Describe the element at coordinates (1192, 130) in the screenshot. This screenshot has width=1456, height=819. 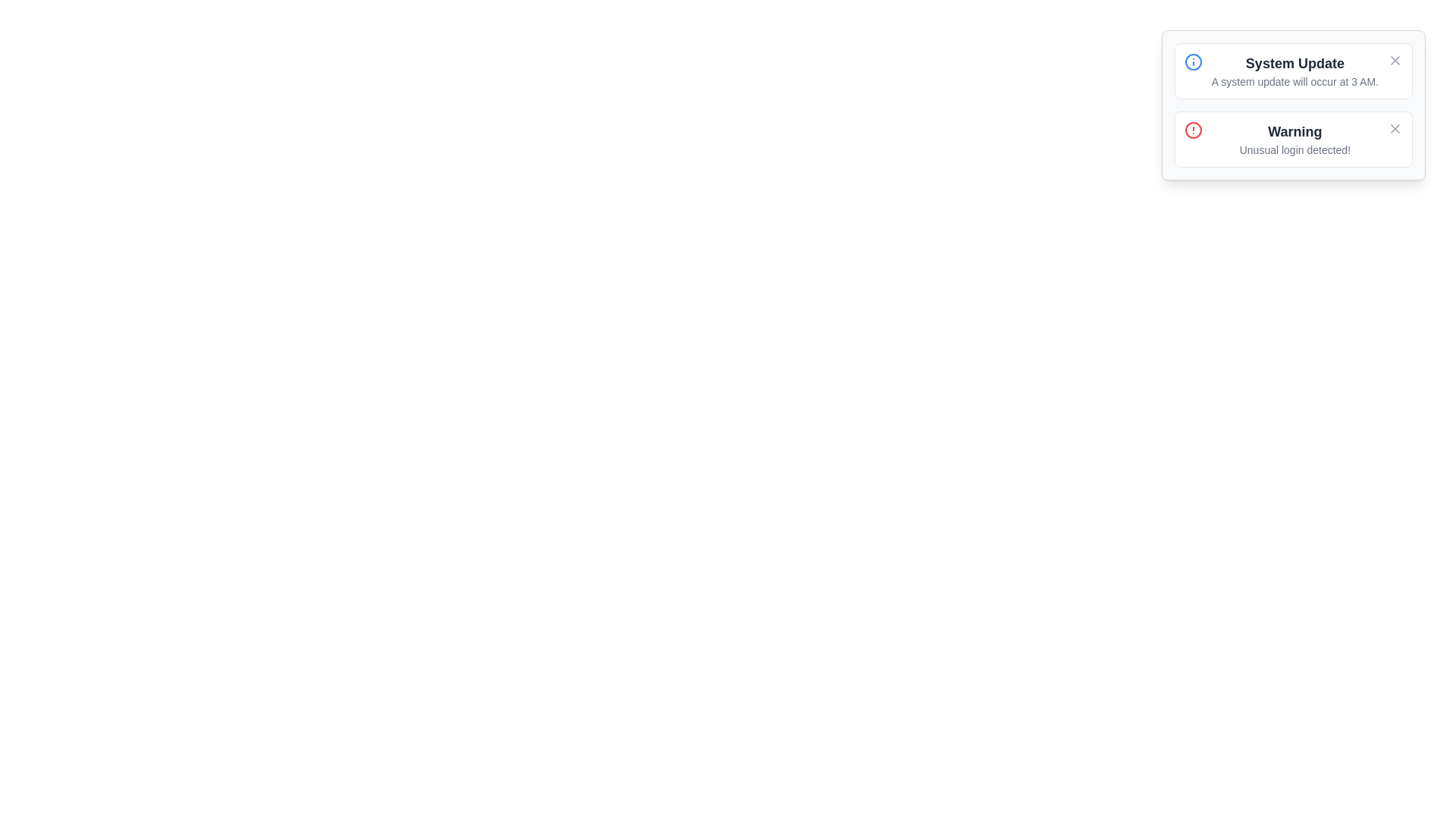
I see `the circular warning icon in the second card of the notification group, which is styled with a red stroke and no fill, indicating a warning about unusual login detection` at that location.